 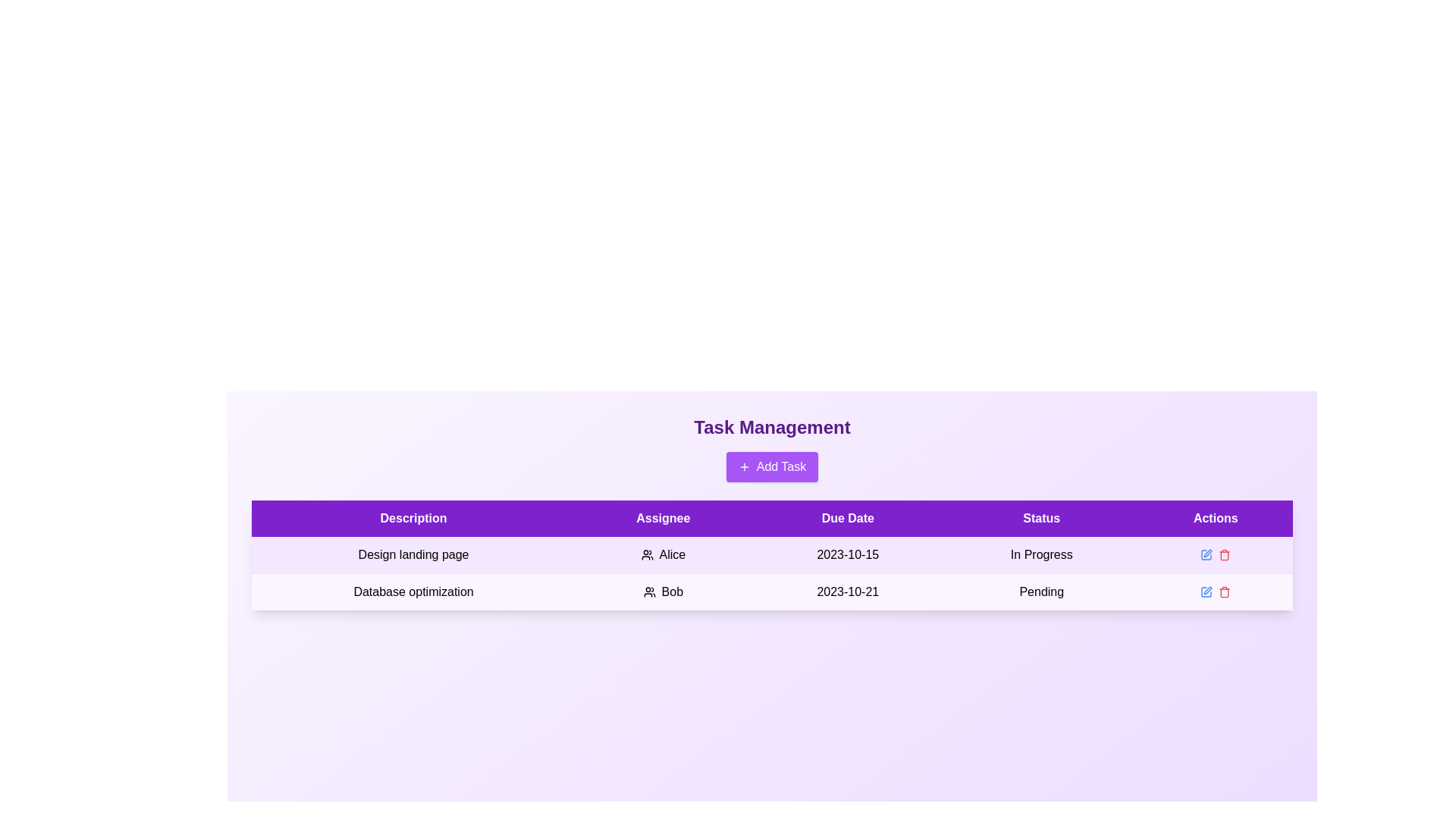 What do you see at coordinates (1040, 555) in the screenshot?
I see `the 'In Progress' text label in the 'Status' column of the first row of the task table, which is displayed in black font and is part of a purple and white color scheme` at bounding box center [1040, 555].